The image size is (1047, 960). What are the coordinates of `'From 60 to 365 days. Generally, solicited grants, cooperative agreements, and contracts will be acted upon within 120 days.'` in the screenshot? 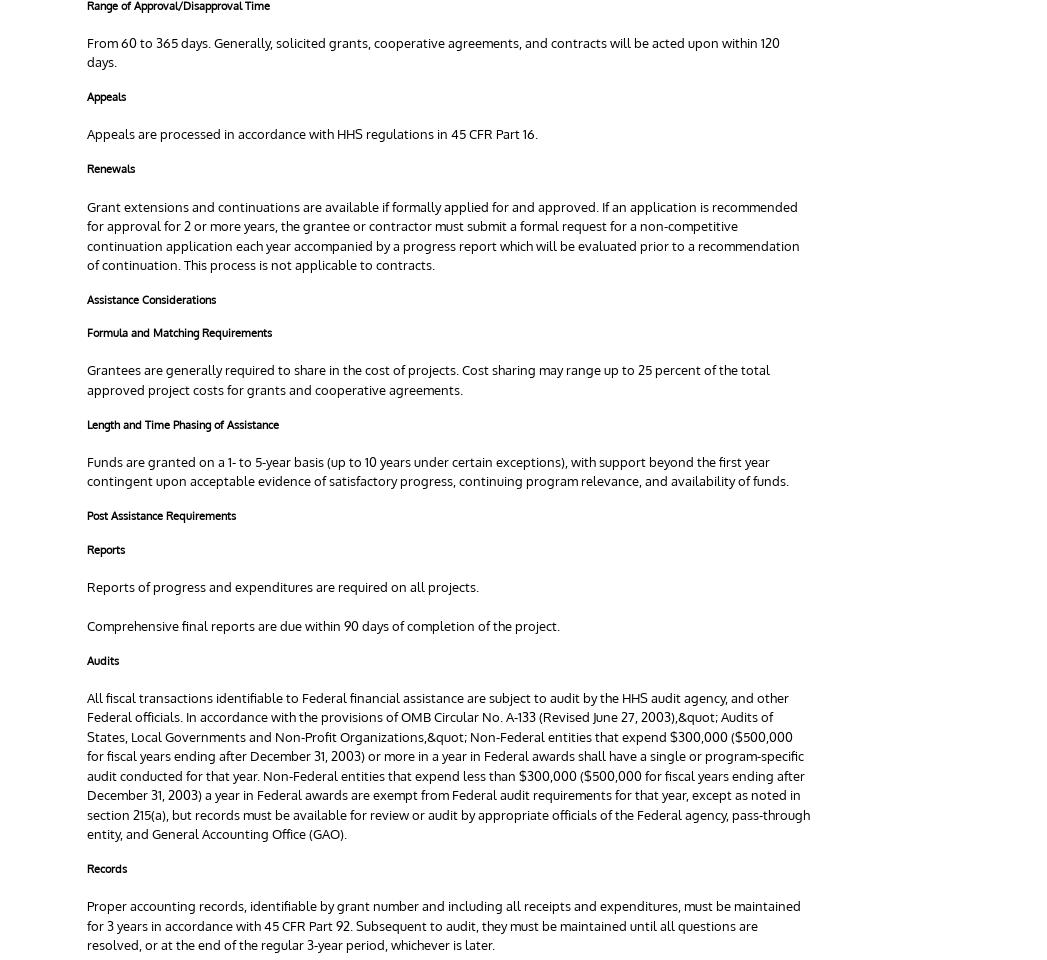 It's located at (433, 51).